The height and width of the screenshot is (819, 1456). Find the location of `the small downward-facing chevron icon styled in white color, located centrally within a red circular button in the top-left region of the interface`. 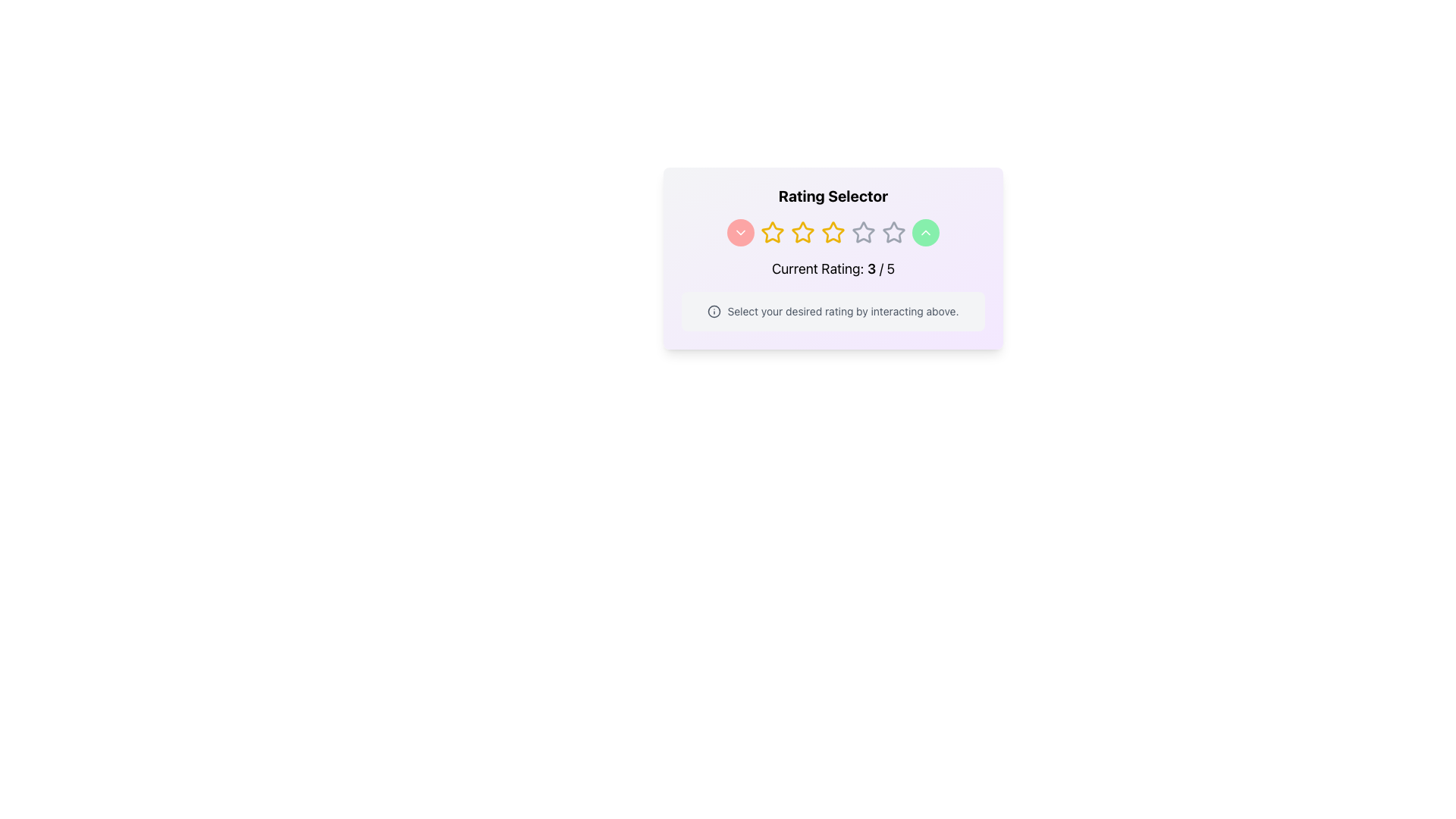

the small downward-facing chevron icon styled in white color, located centrally within a red circular button in the top-left region of the interface is located at coordinates (741, 233).